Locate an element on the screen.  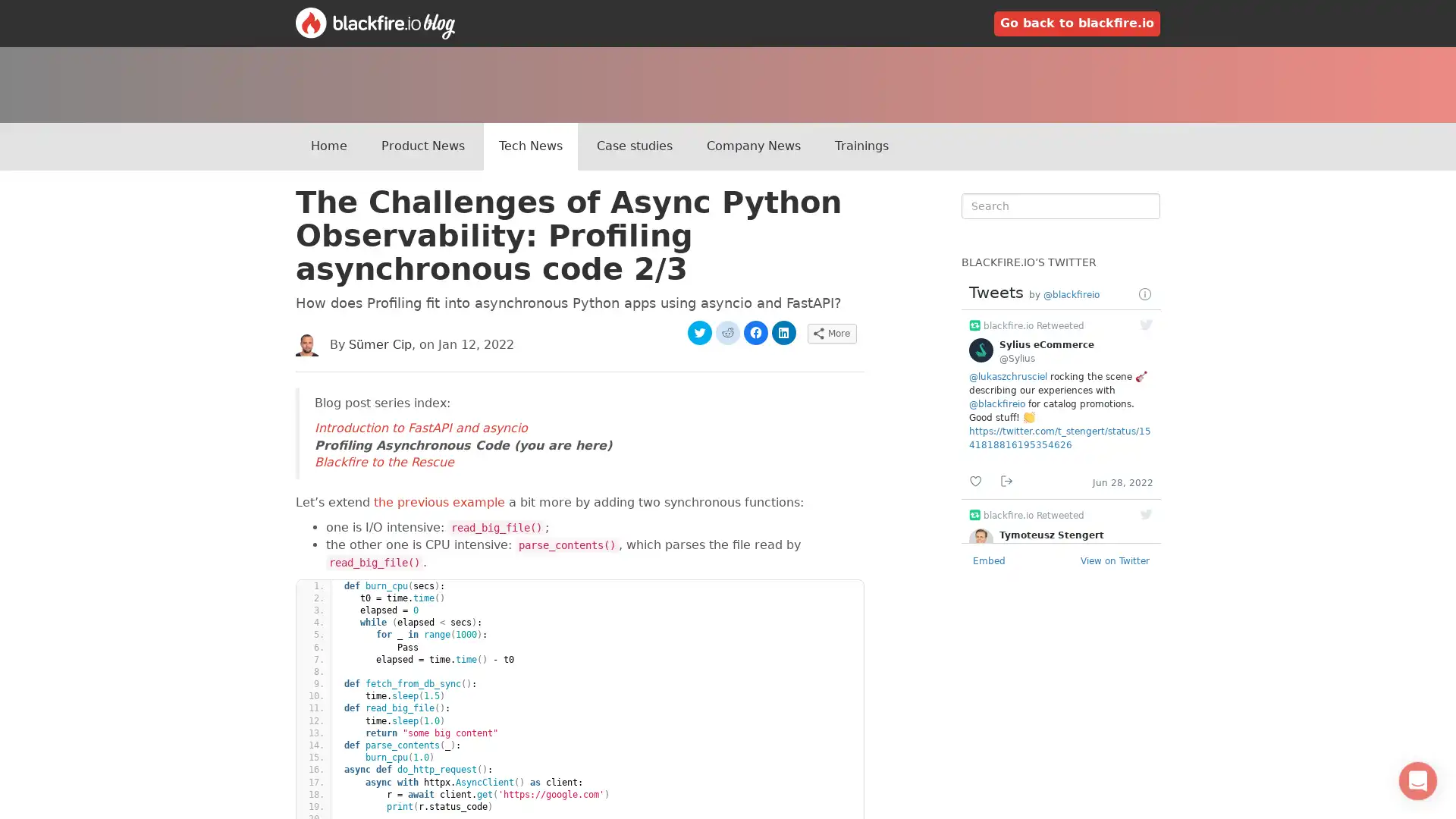
Open Intercom Messenger is located at coordinates (1417, 780).